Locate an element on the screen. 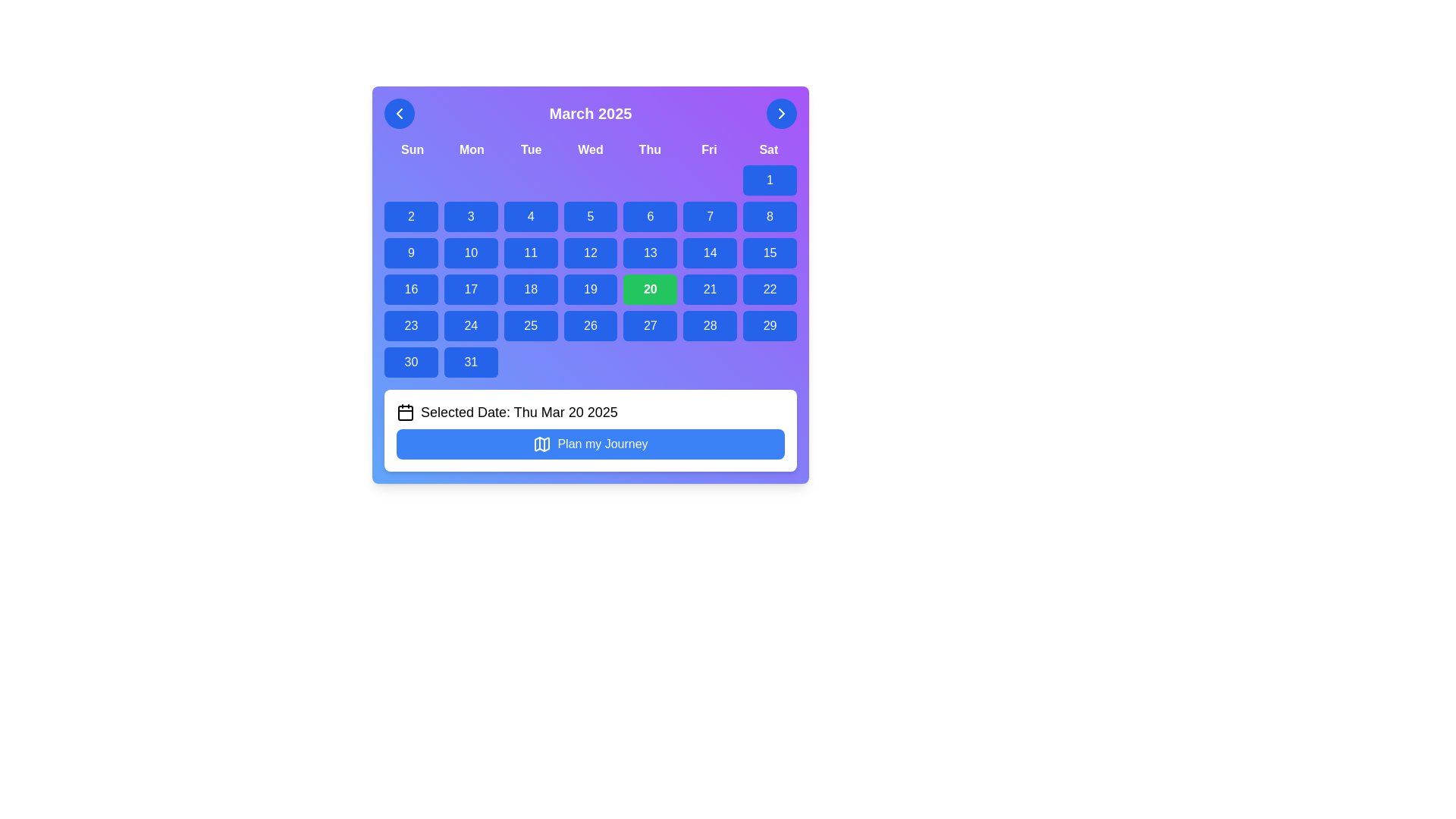 The width and height of the screenshot is (1456, 819). the button representing March 4th, 2025, in the calendar grid is located at coordinates (531, 216).